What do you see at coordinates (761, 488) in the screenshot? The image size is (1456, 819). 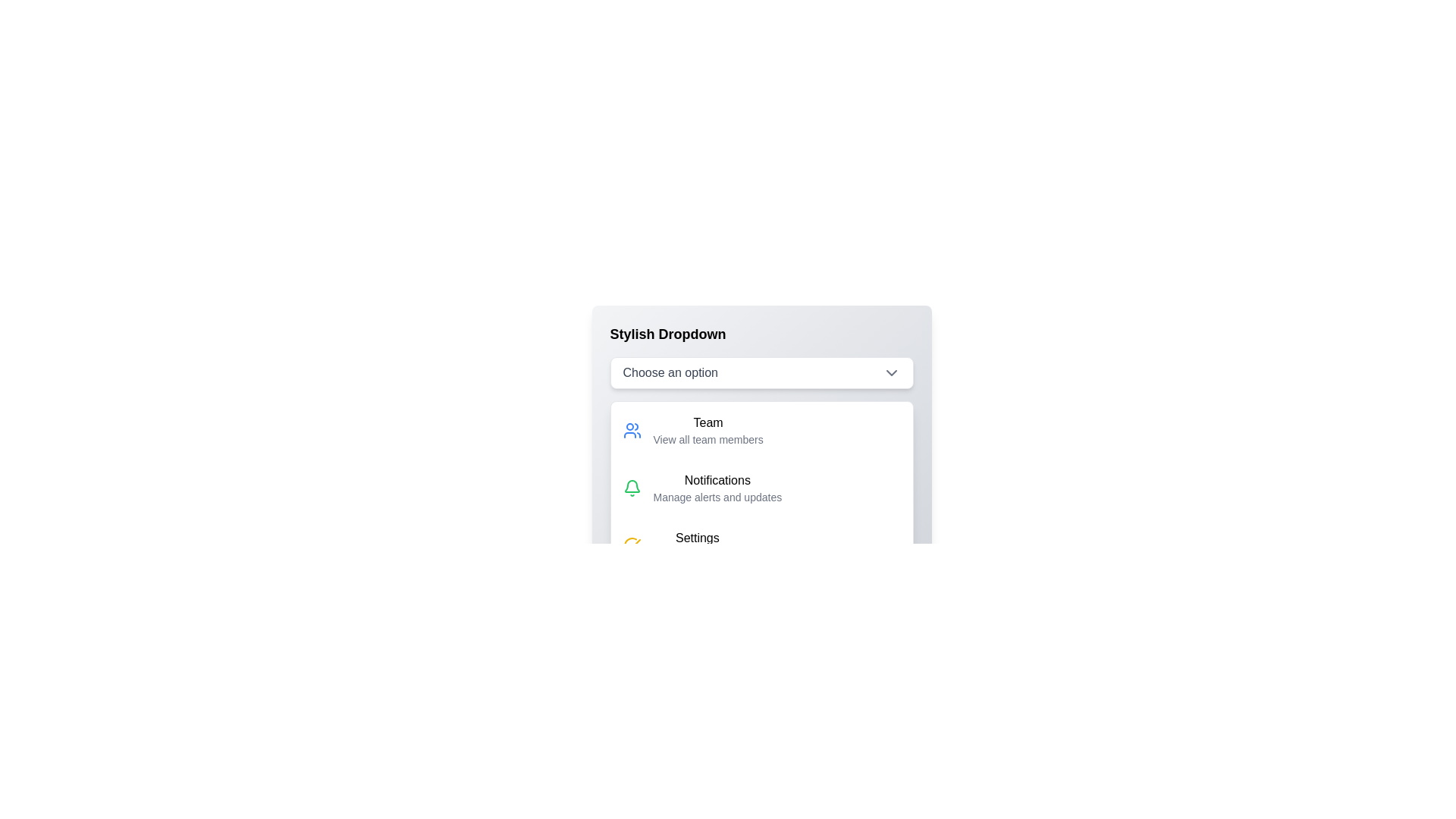 I see `the second item in the dropdown menu labeled 'Notifications'` at bounding box center [761, 488].